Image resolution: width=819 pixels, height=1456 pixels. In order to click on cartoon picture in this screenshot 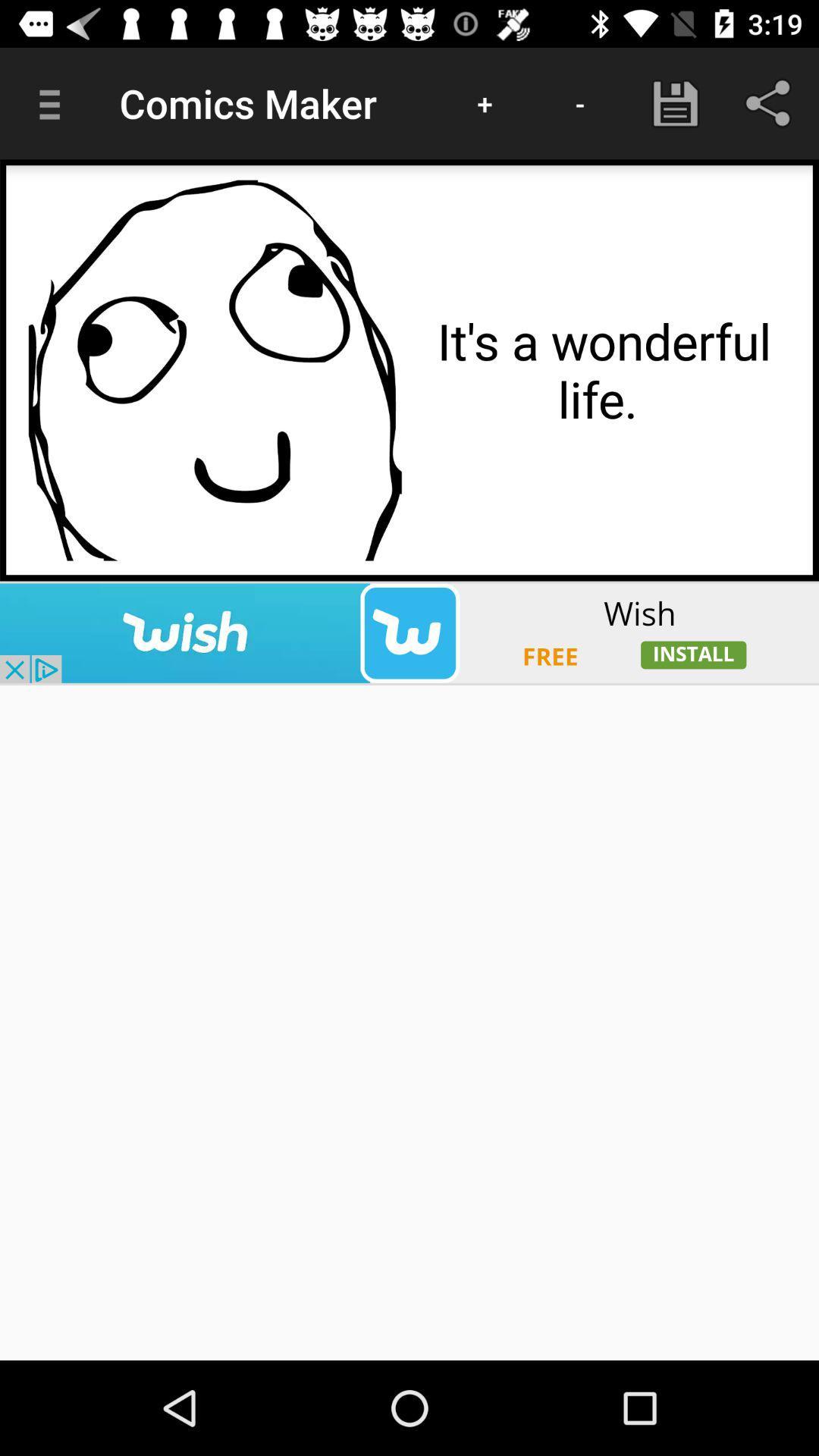, I will do `click(215, 370)`.